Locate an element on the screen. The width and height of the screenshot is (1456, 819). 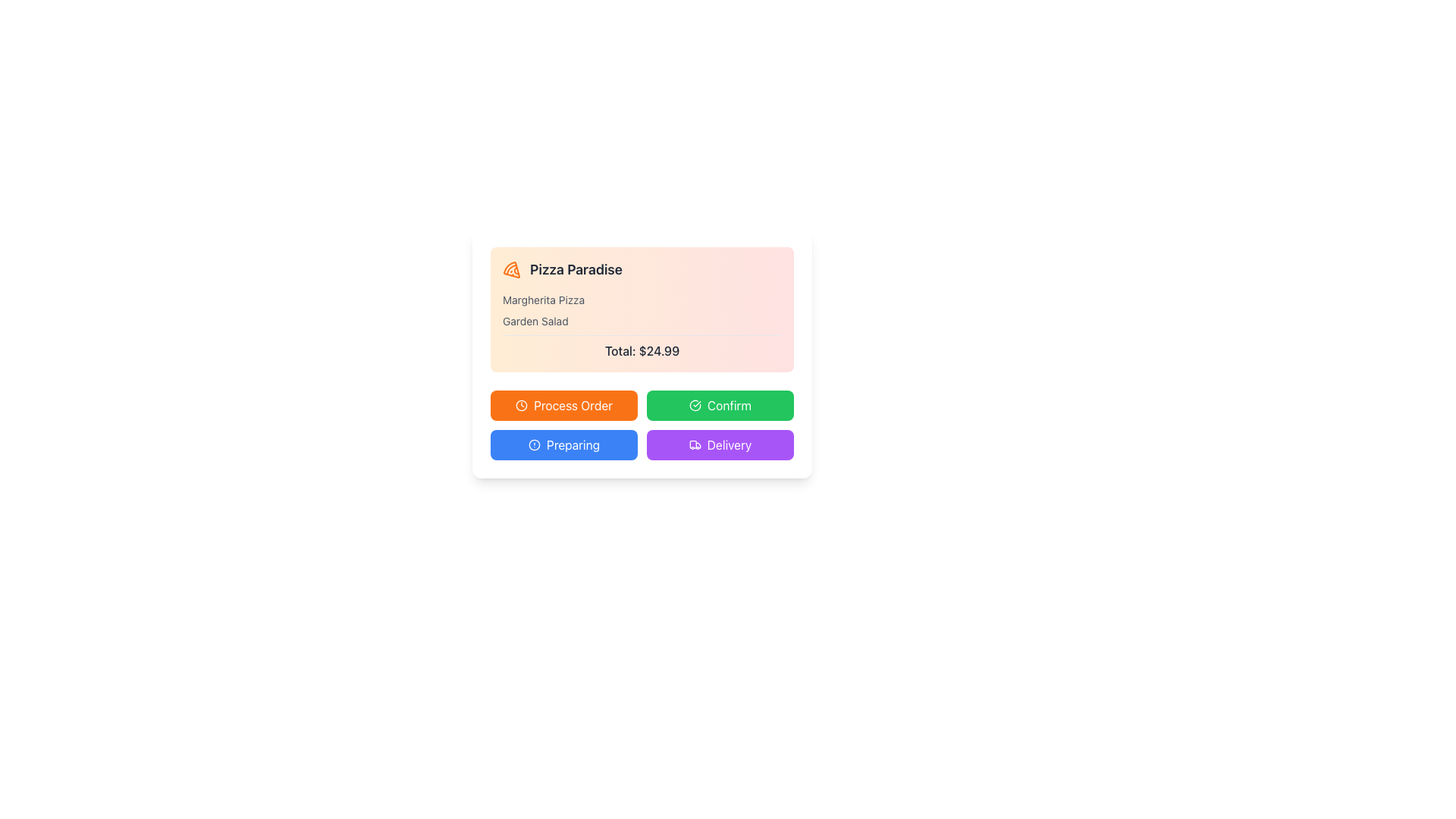
the SVG circle element that serves as the background structure of the clock icon located to the left of the text 'Pizza Paradise' is located at coordinates (522, 405).